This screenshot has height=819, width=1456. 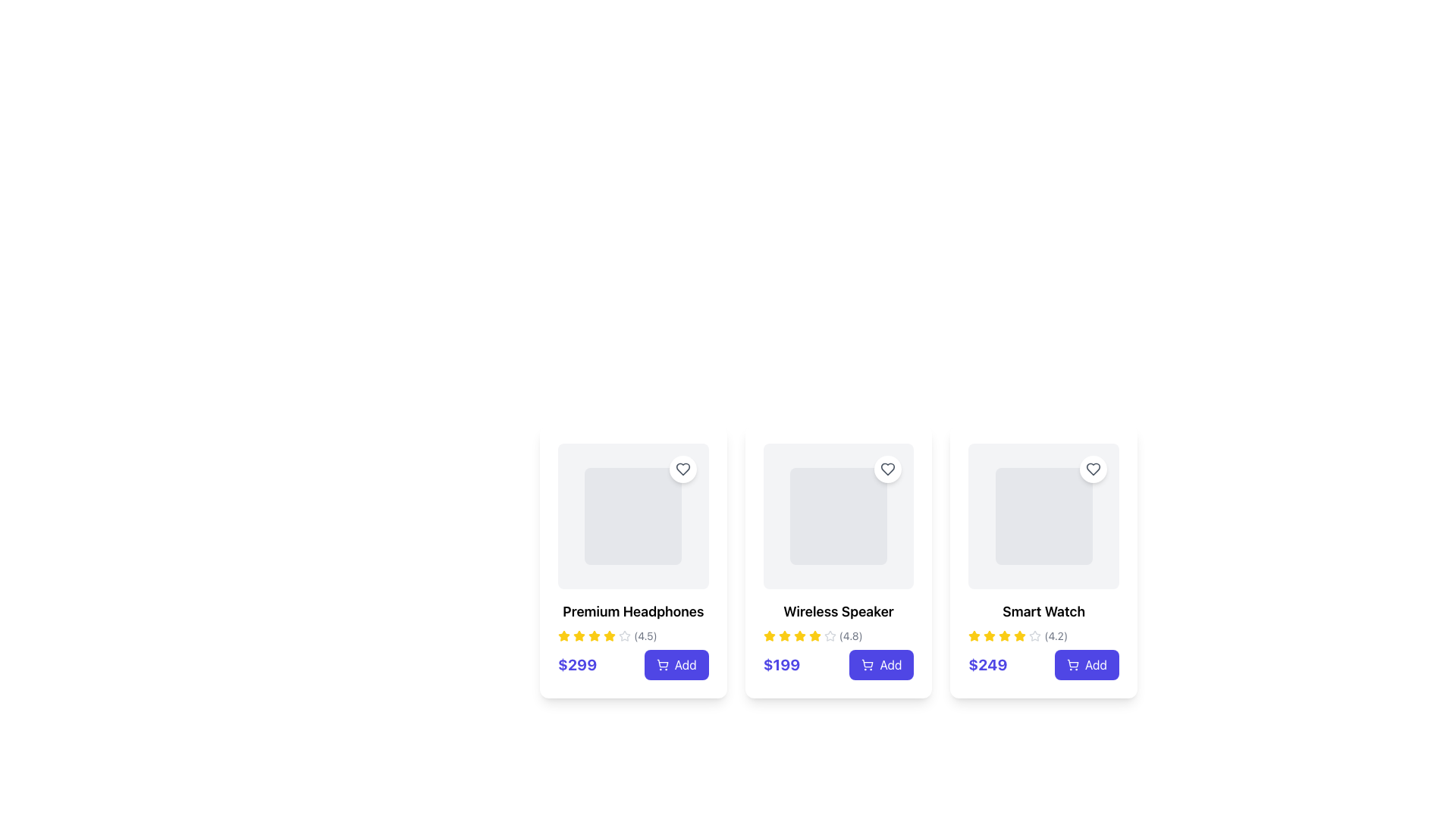 What do you see at coordinates (1020, 635) in the screenshot?
I see `the third yellow rating star among the five stars under the 'Smart Watch' product to interact with the rating` at bounding box center [1020, 635].